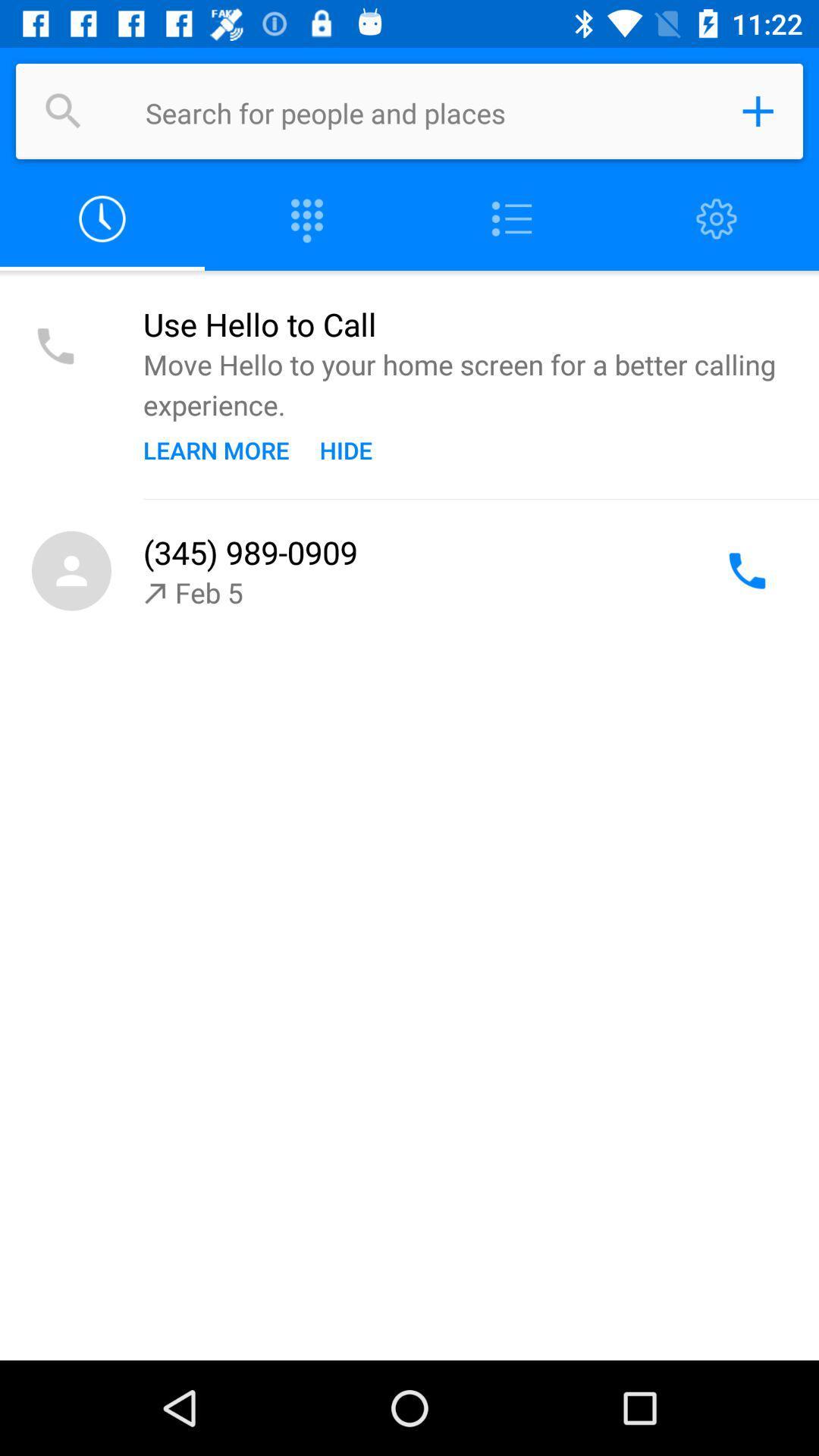  I want to click on the hide, so click(346, 449).